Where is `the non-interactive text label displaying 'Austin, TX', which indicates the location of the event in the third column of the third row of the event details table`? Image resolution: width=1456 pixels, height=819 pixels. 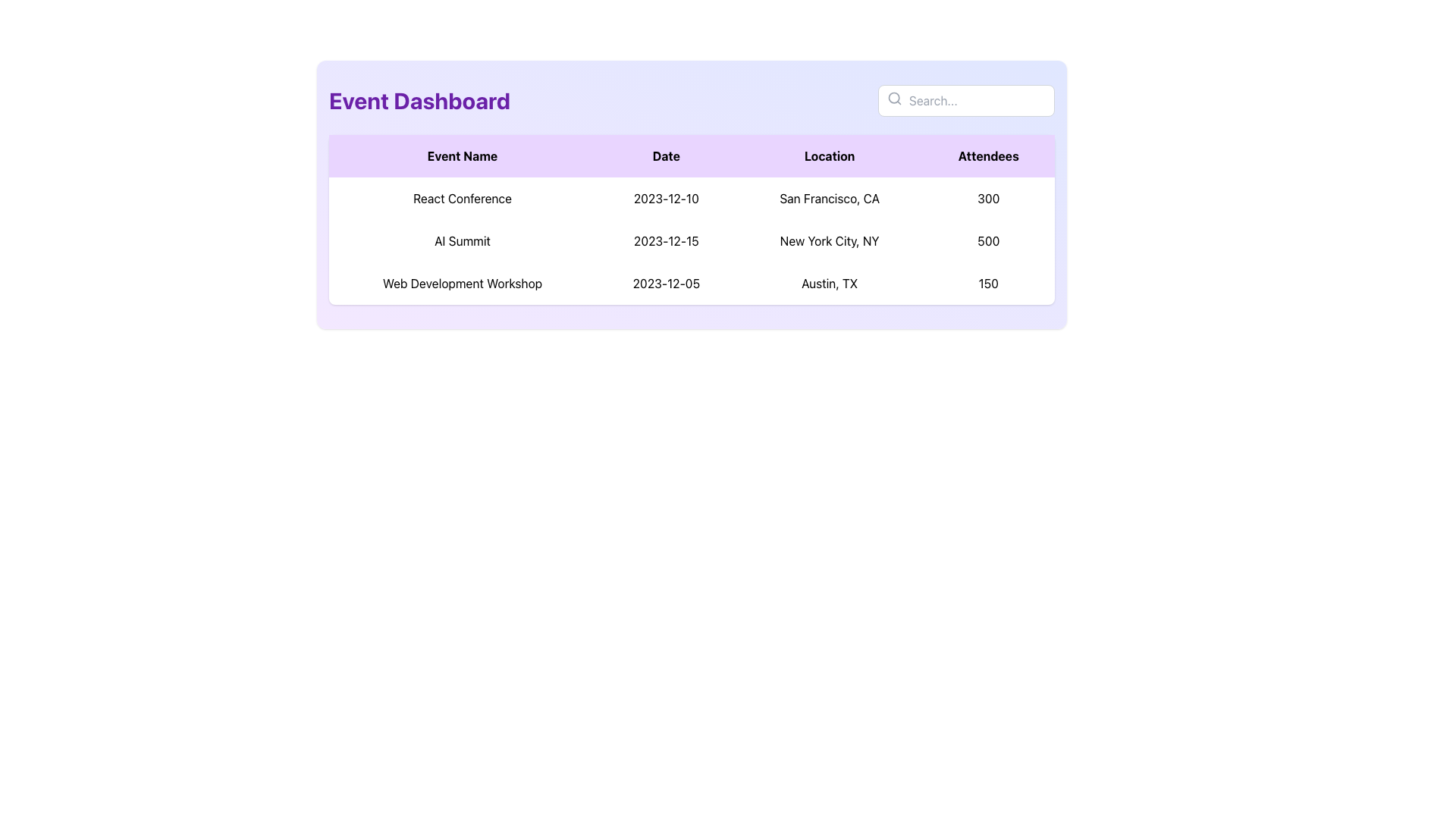 the non-interactive text label displaying 'Austin, TX', which indicates the location of the event in the third column of the third row of the event details table is located at coordinates (829, 284).